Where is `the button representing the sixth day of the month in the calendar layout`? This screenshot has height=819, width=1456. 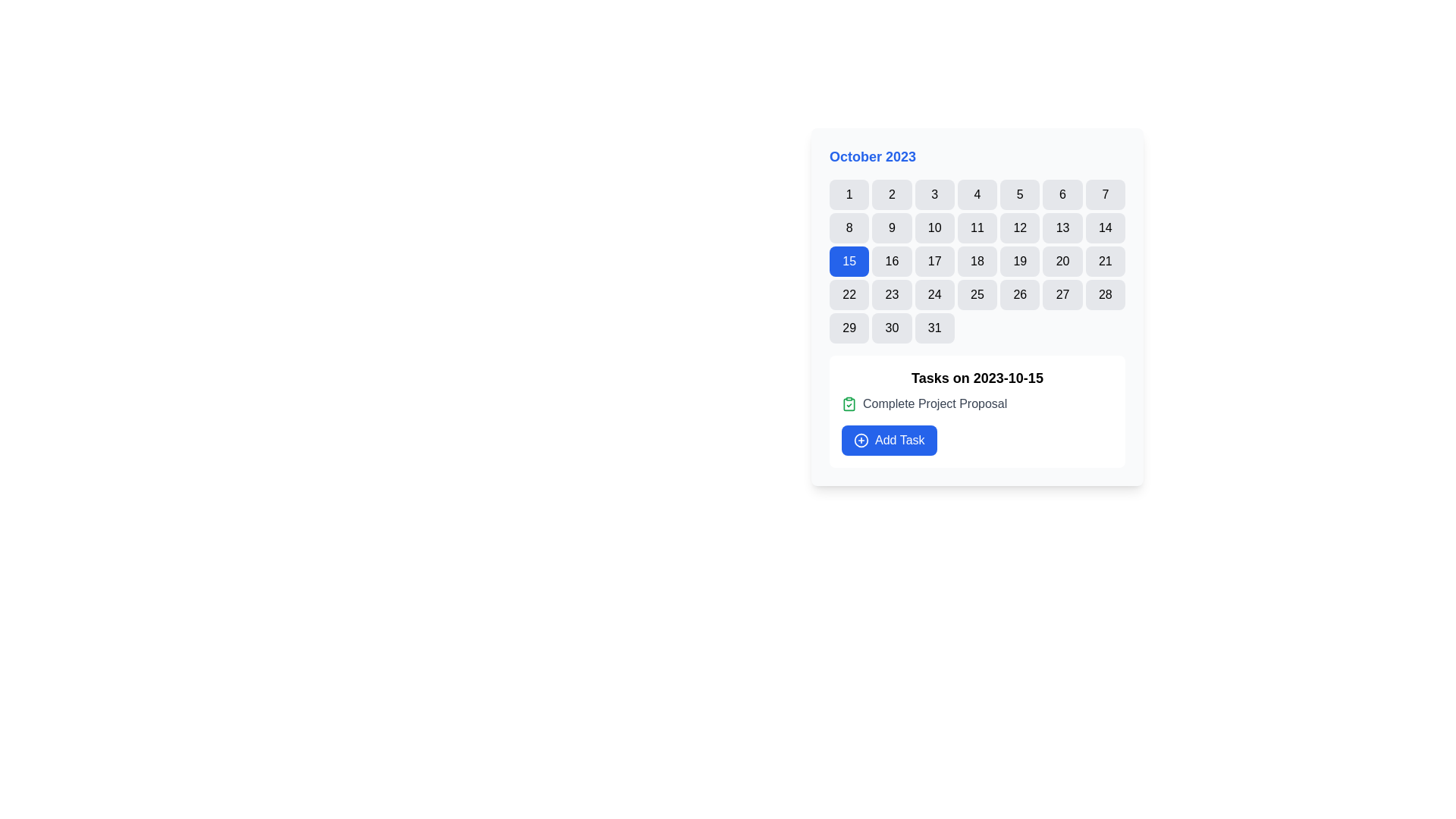 the button representing the sixth day of the month in the calendar layout is located at coordinates (1062, 194).